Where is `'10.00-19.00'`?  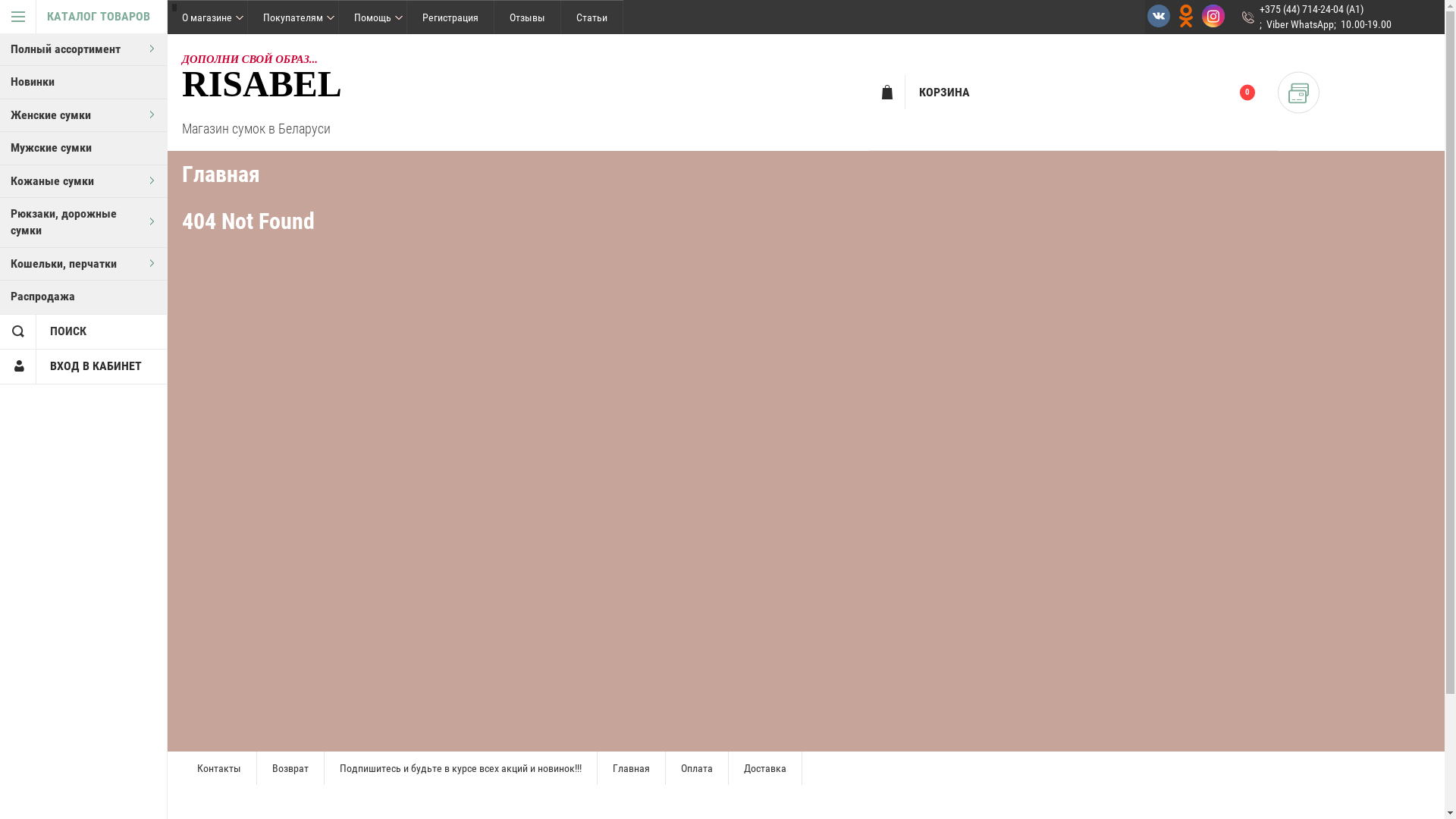 '10.00-19.00' is located at coordinates (1366, 24).